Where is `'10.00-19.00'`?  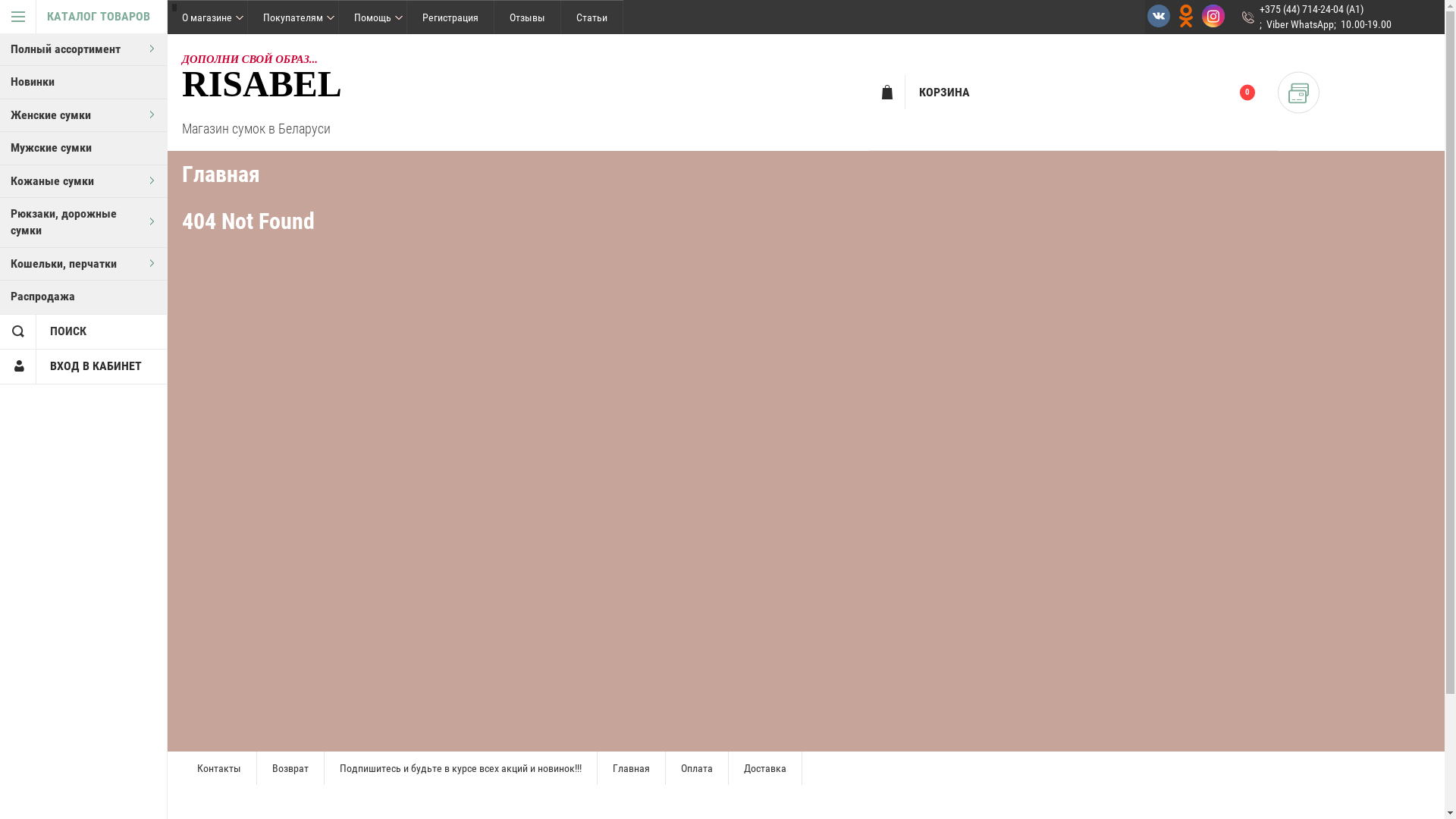 '10.00-19.00' is located at coordinates (1366, 24).